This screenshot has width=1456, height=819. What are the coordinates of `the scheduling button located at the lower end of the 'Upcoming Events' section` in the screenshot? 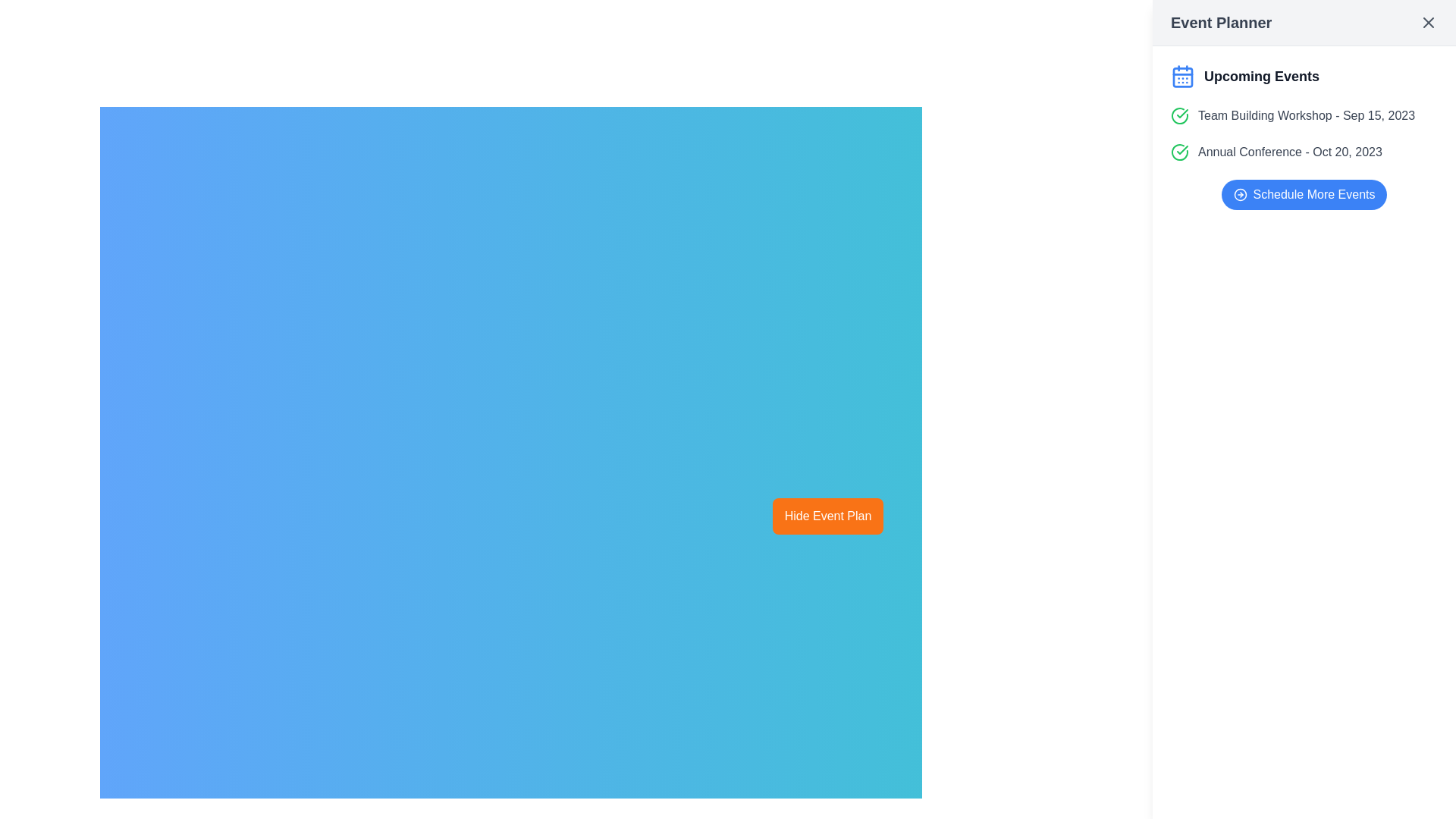 It's located at (1303, 194).